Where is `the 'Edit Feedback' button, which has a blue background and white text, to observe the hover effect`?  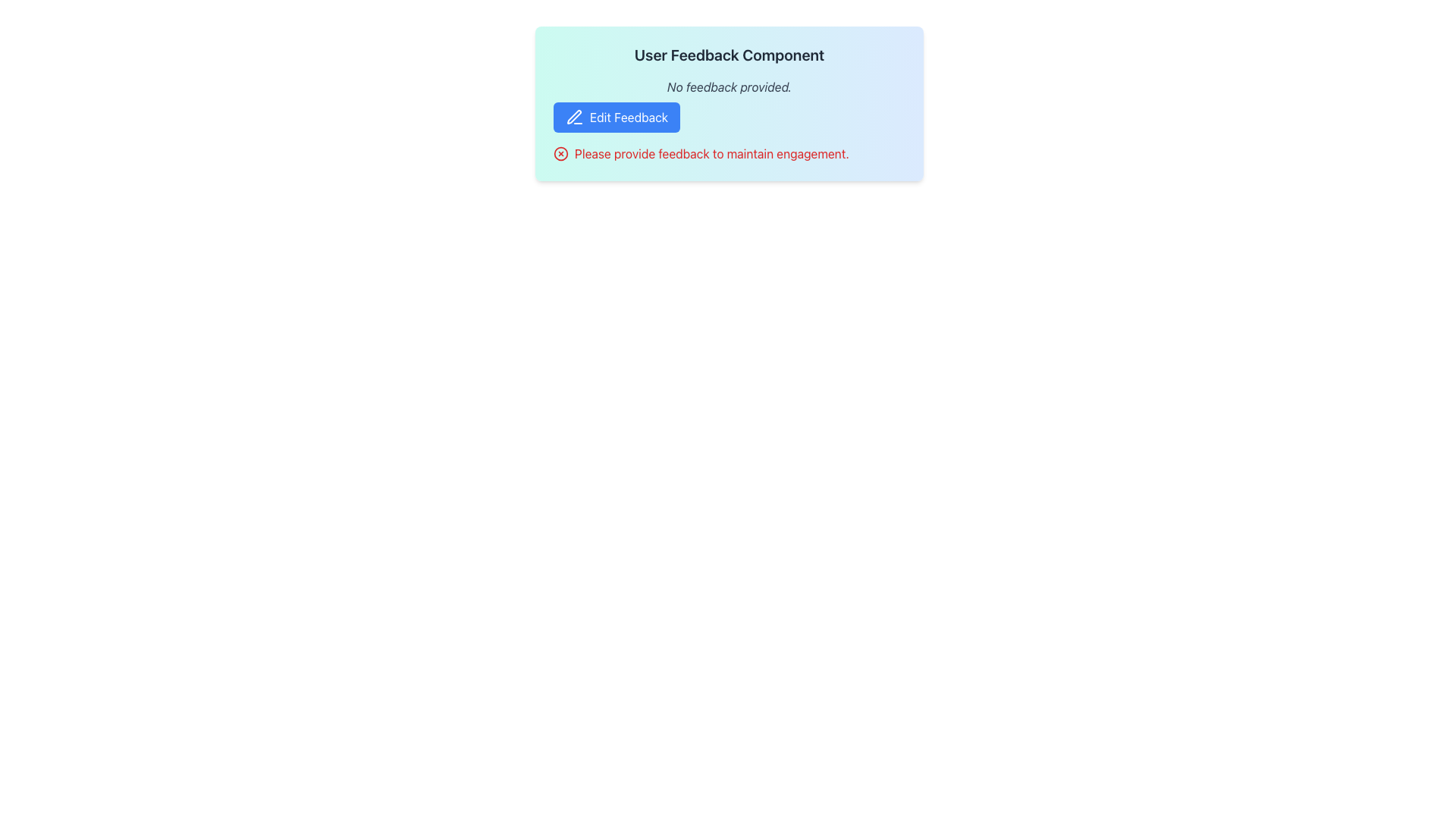
the 'Edit Feedback' button, which has a blue background and white text, to observe the hover effect is located at coordinates (617, 116).